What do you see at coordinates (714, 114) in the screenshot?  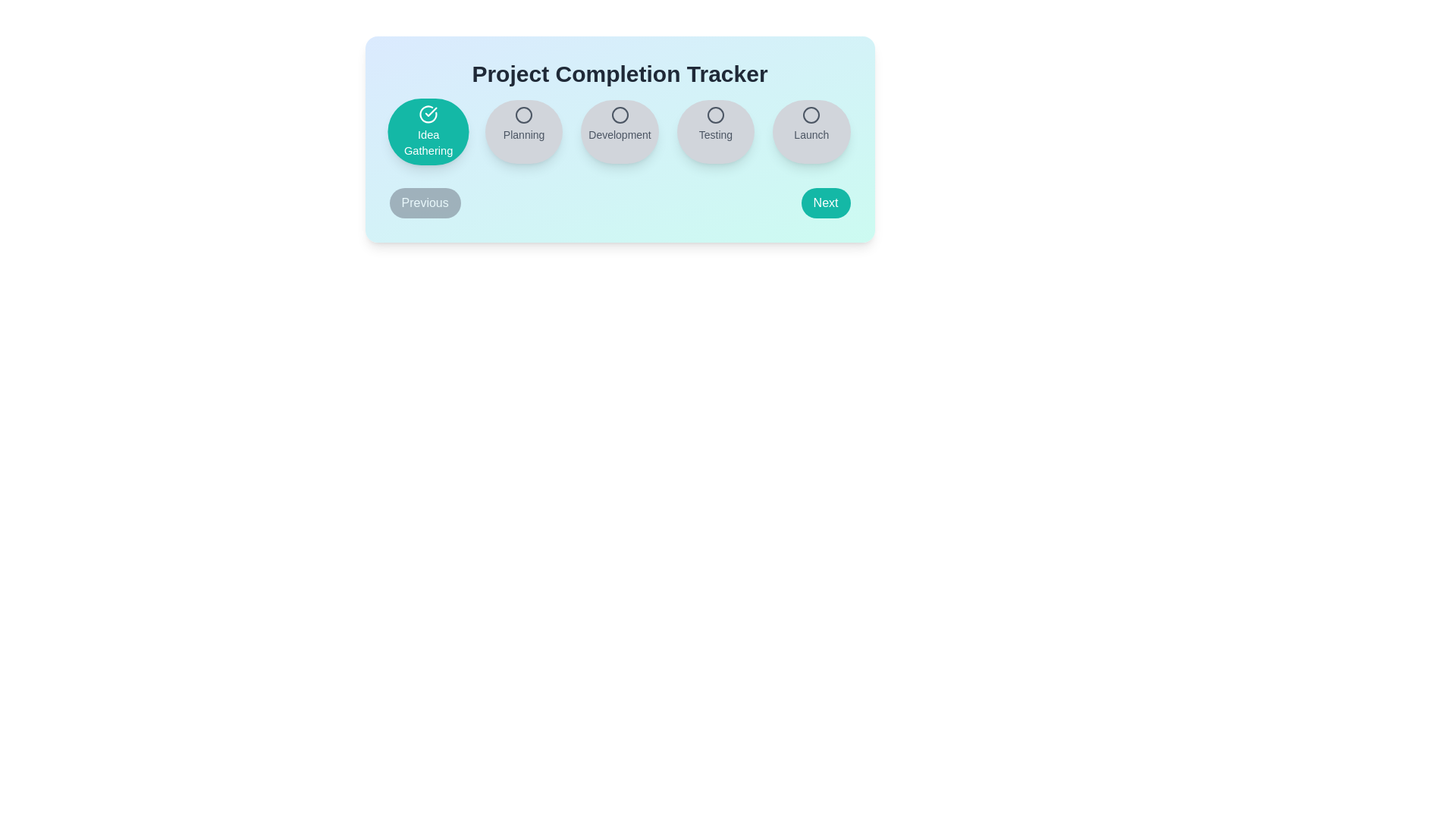 I see `the 'Testing' phase icon` at bounding box center [714, 114].